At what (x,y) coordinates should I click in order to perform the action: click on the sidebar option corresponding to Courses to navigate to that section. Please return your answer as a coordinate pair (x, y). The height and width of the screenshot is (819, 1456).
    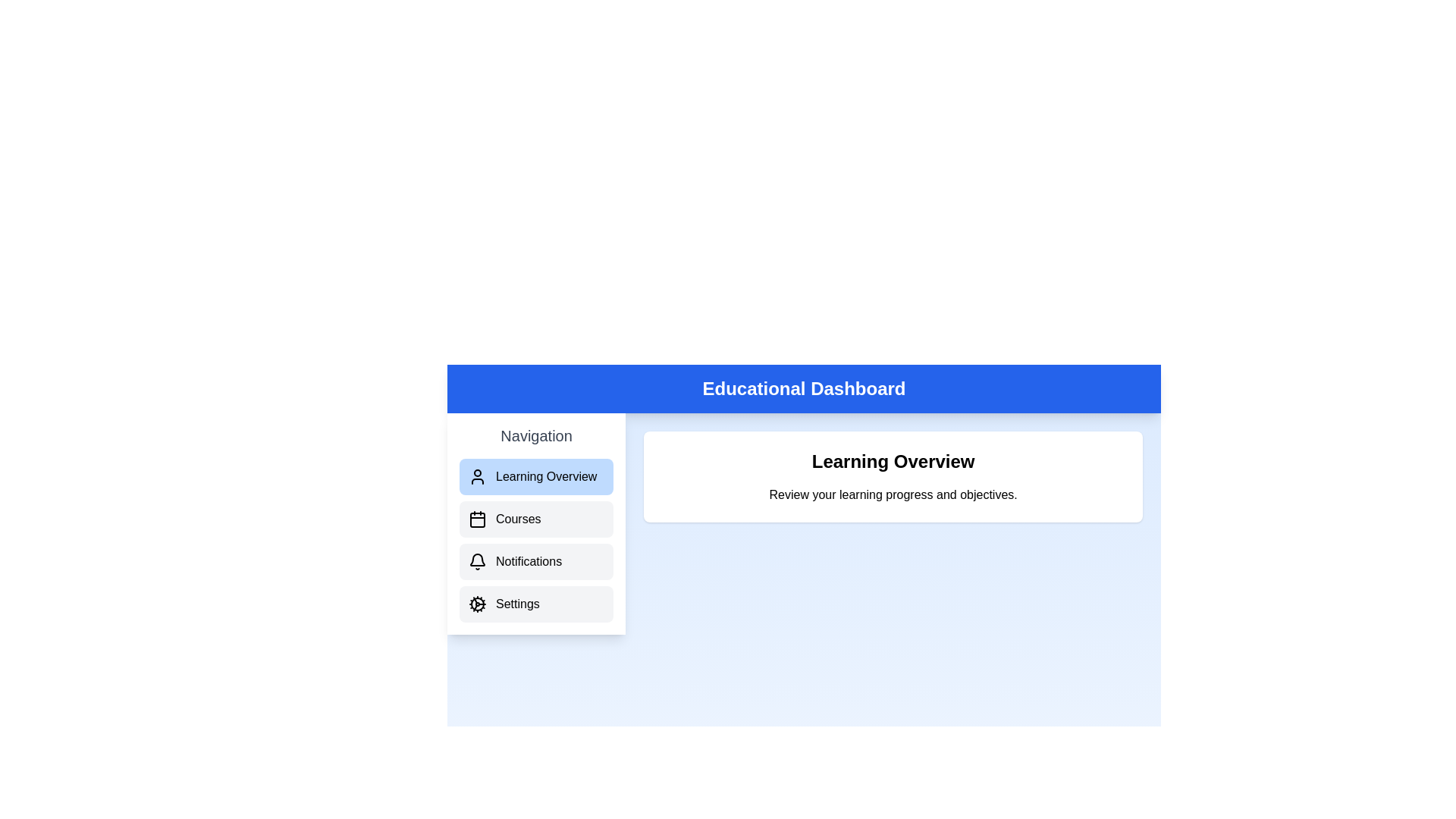
    Looking at the image, I should click on (536, 519).